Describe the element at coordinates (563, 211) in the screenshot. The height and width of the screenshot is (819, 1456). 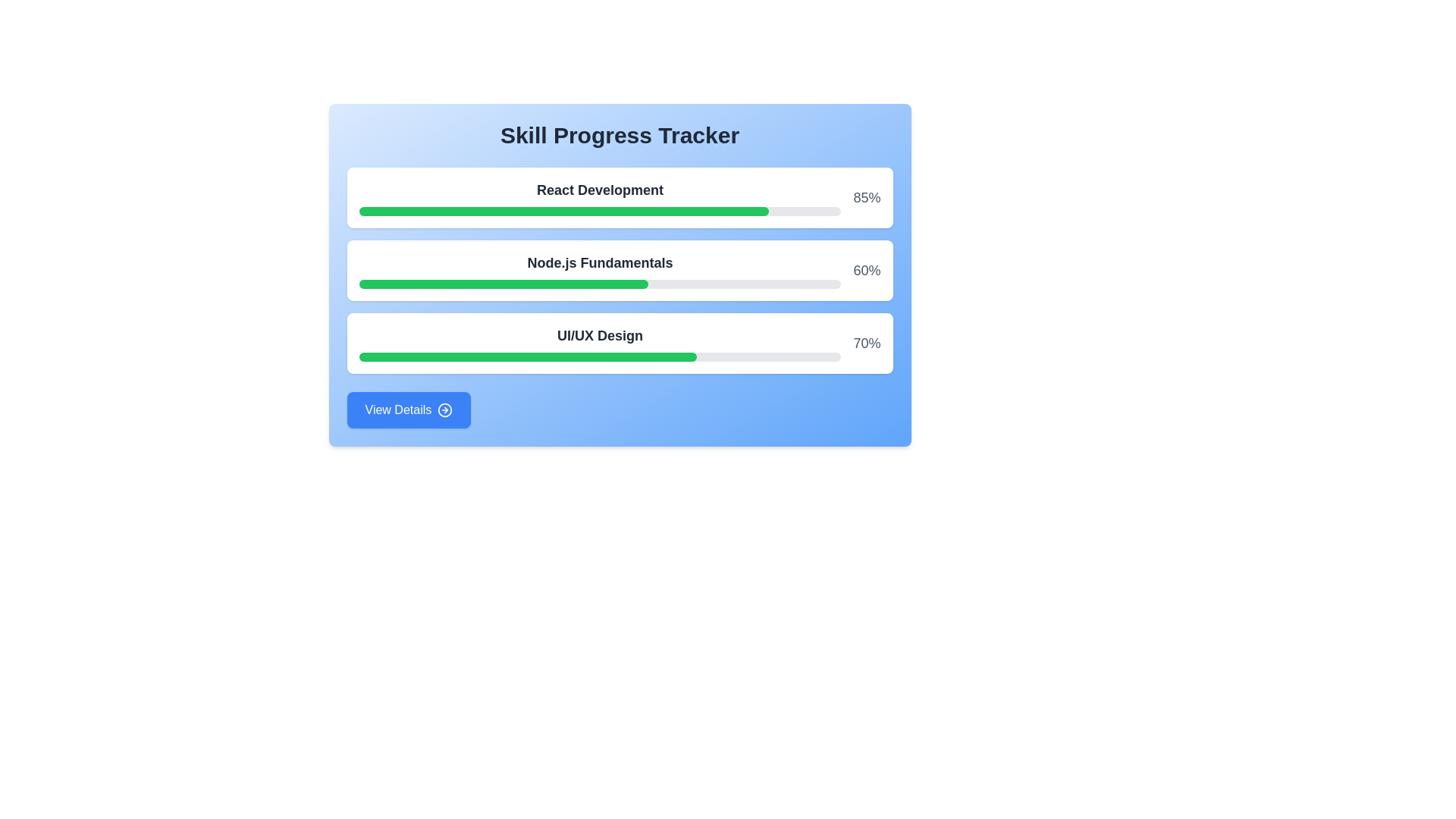
I see `the progress bar segment indicating 85% completion for the 'React Development' skill located under the 'React Development' text in the skill tracker interface` at that location.